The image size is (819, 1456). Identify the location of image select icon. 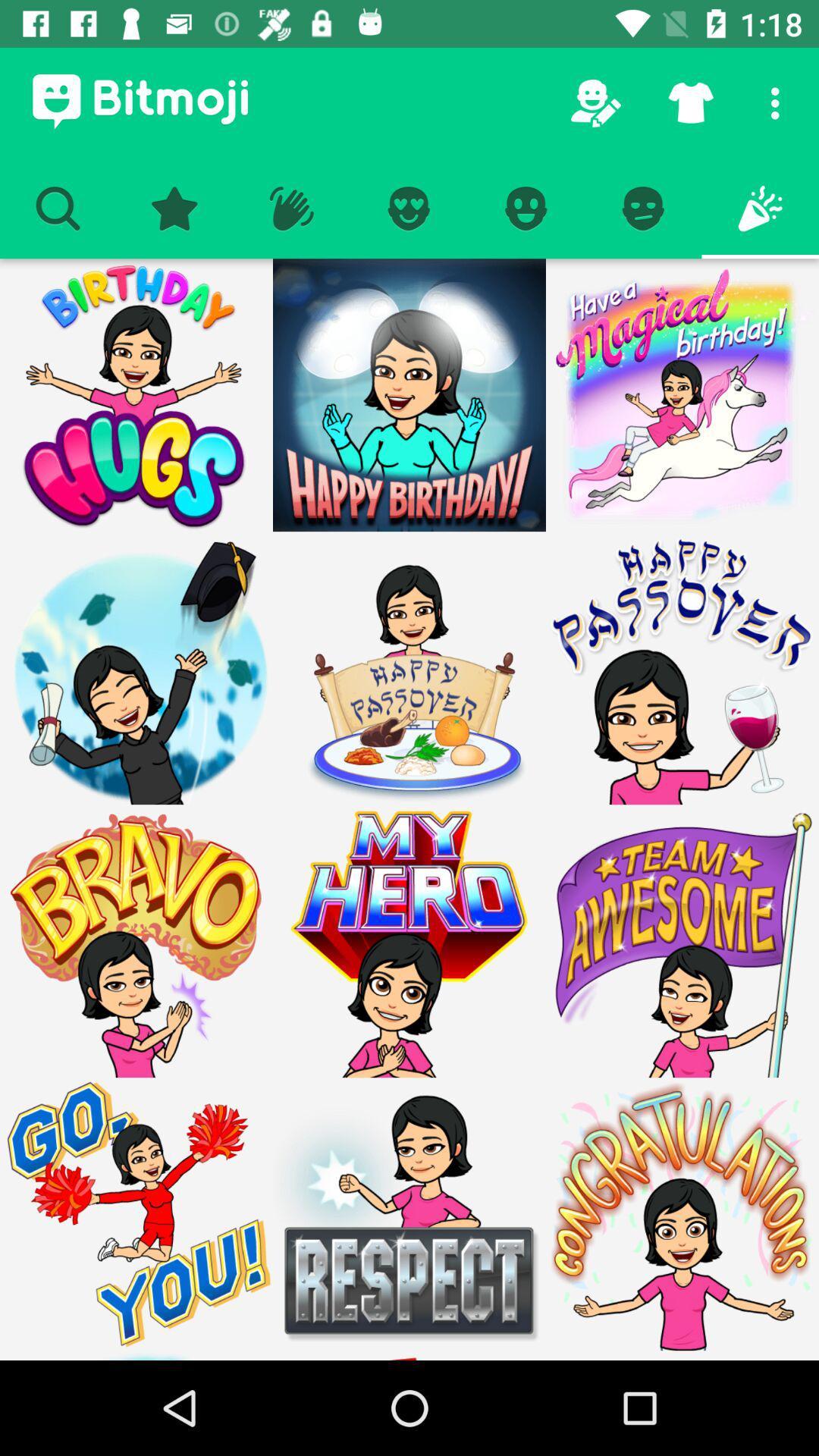
(136, 667).